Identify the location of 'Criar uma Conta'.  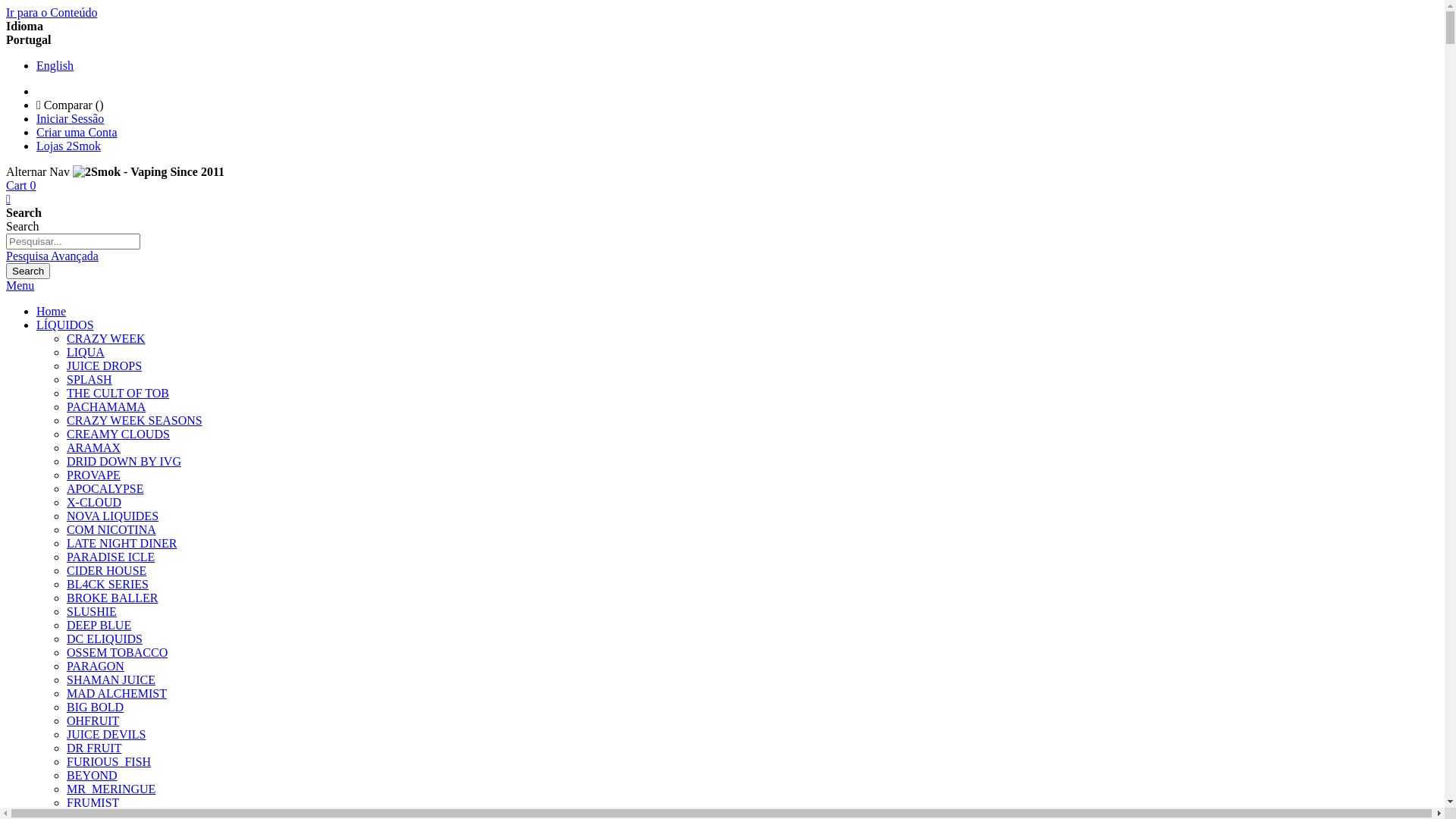
(76, 131).